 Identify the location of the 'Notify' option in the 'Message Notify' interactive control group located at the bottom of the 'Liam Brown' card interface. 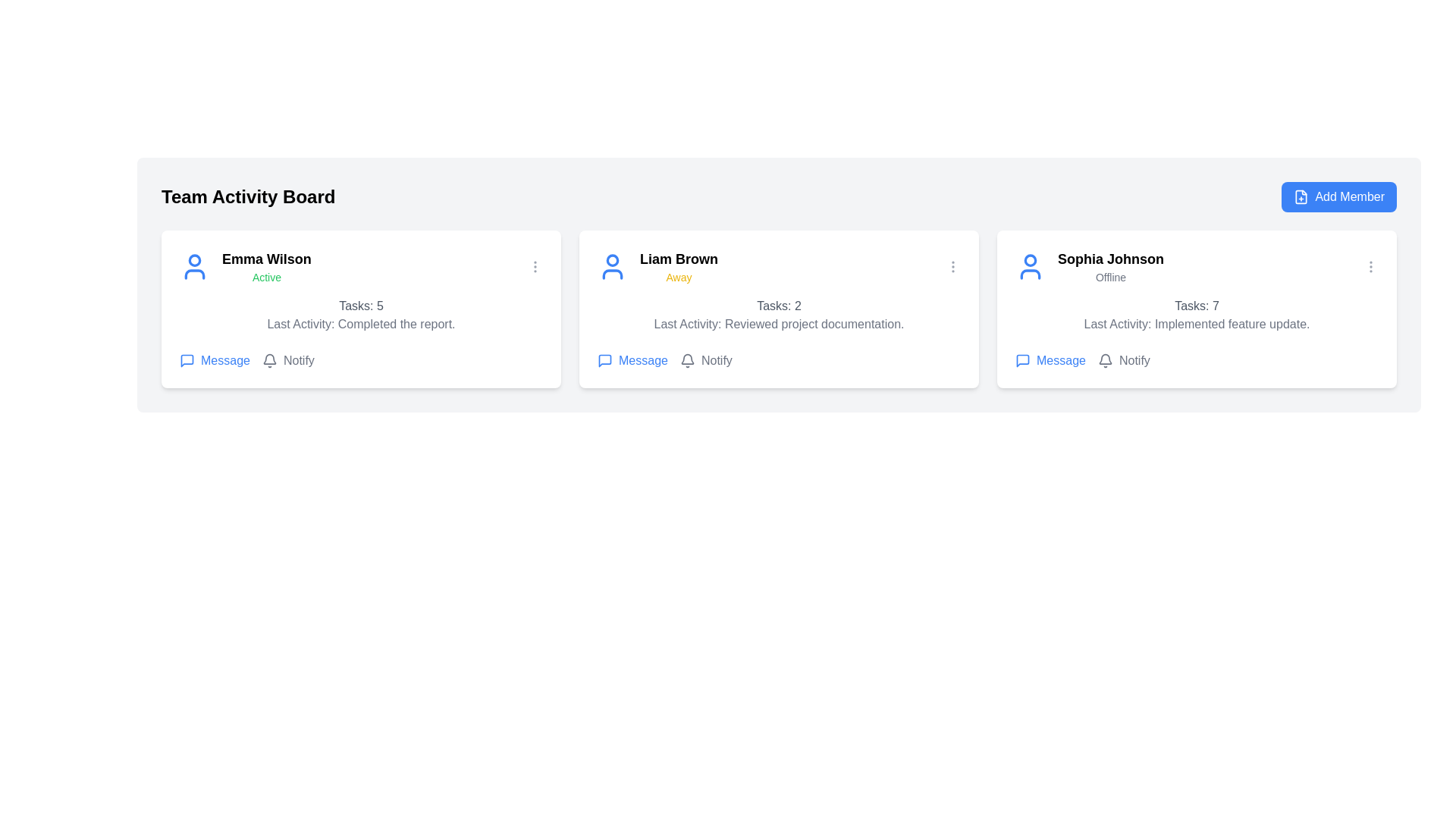
(779, 360).